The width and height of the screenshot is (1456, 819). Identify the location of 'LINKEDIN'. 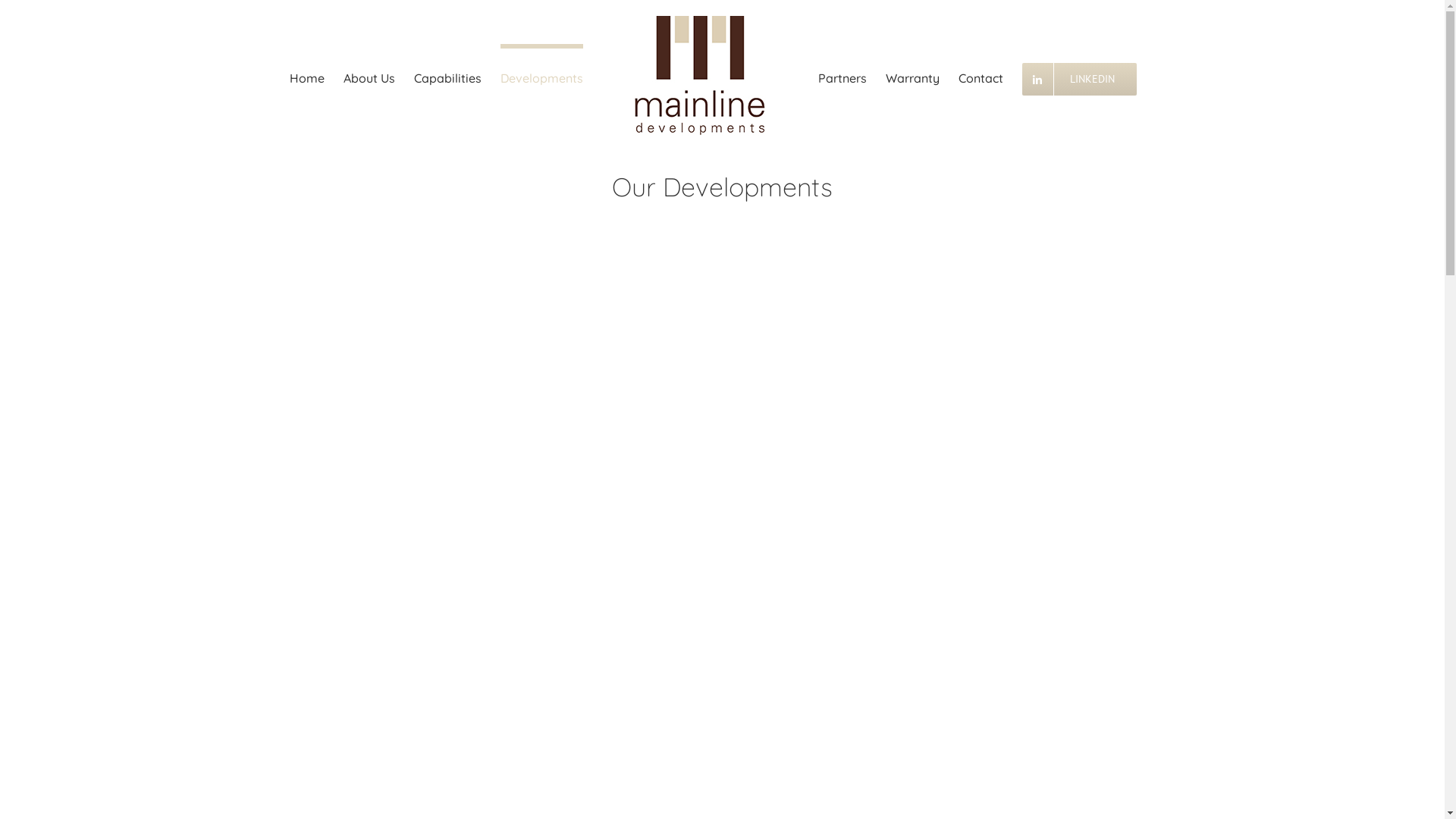
(1022, 76).